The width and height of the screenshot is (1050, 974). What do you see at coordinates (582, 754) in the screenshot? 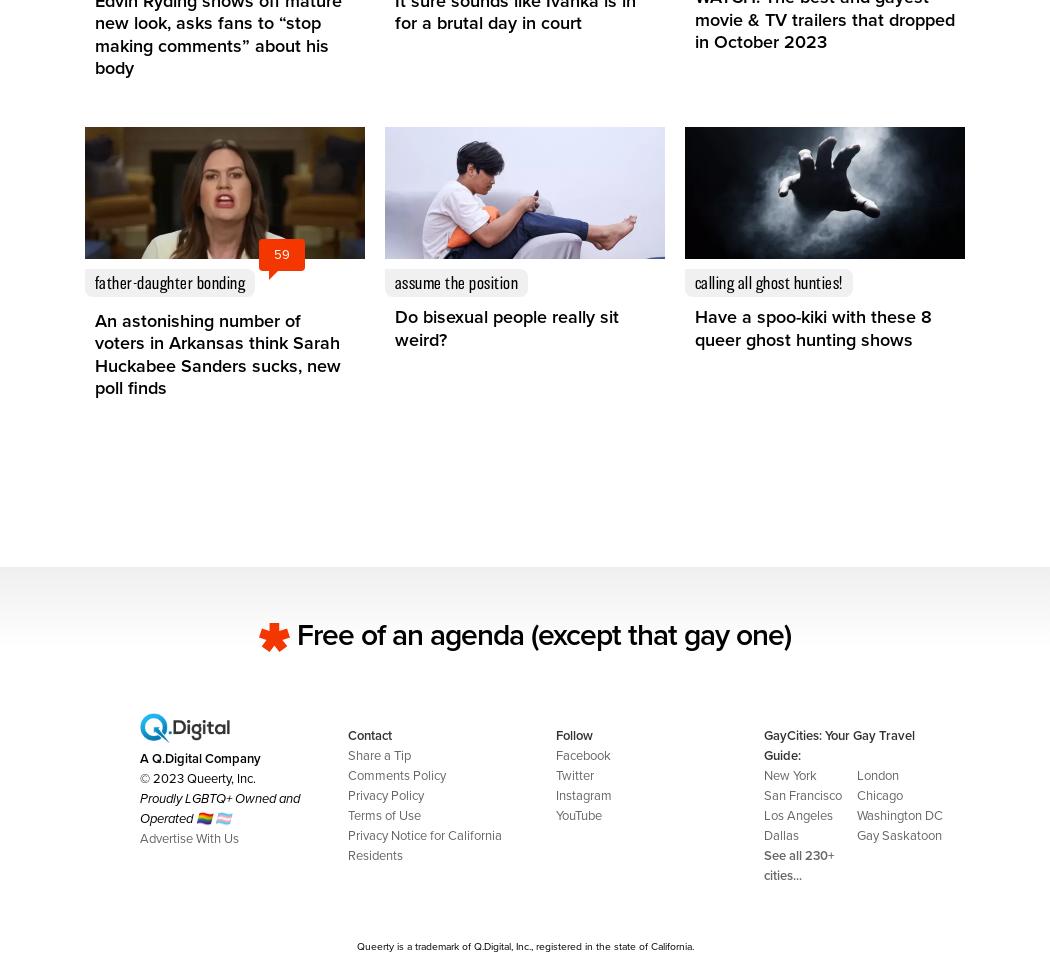
I see `'Facebook'` at bounding box center [582, 754].